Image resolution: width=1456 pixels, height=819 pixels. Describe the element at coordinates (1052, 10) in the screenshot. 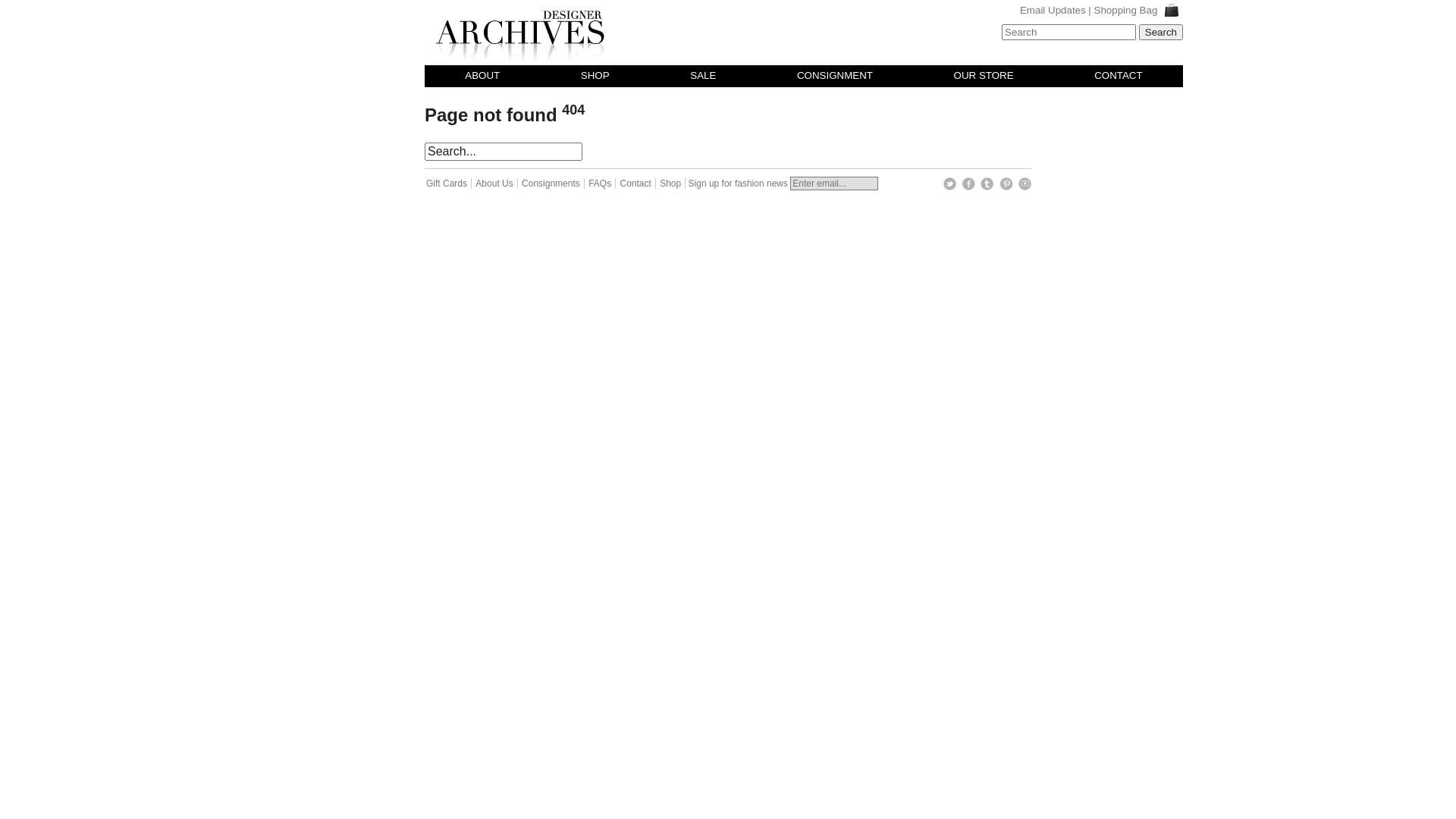

I see `'Email Updates'` at that location.